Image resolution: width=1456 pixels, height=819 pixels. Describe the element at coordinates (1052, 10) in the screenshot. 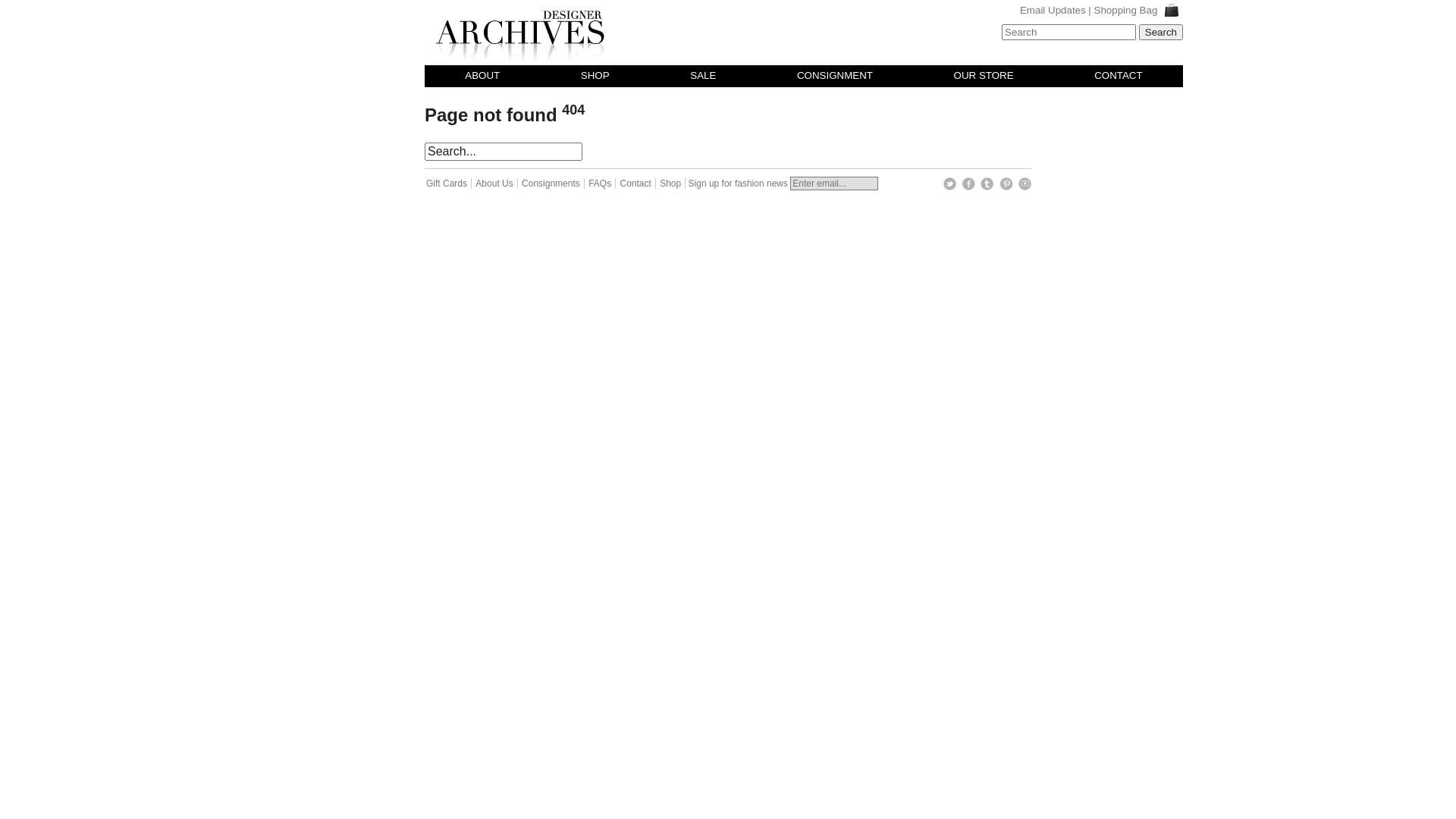

I see `'Email Updates'` at that location.